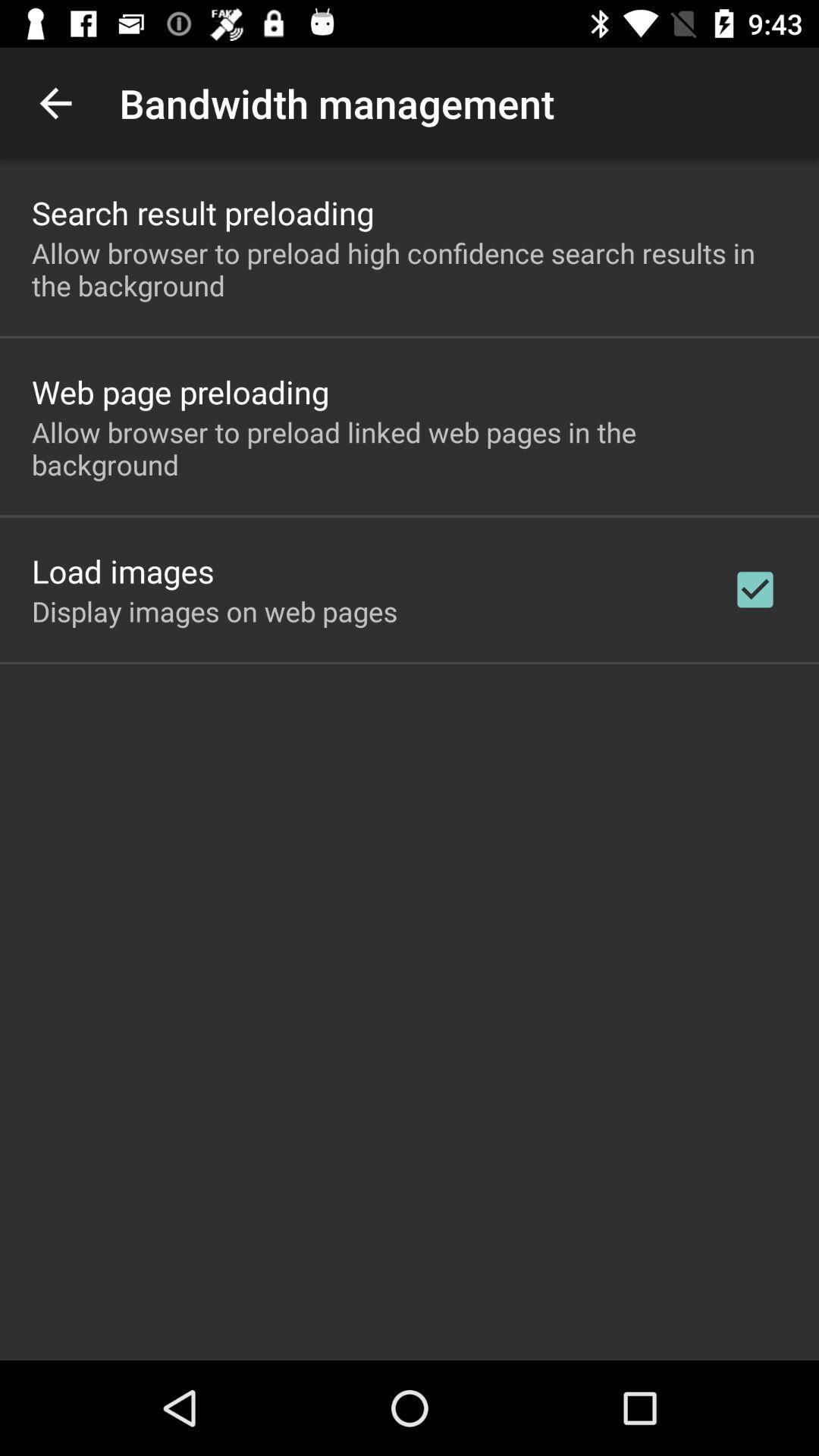 The width and height of the screenshot is (819, 1456). Describe the element at coordinates (55, 102) in the screenshot. I see `icon to the left of bandwidth management app` at that location.